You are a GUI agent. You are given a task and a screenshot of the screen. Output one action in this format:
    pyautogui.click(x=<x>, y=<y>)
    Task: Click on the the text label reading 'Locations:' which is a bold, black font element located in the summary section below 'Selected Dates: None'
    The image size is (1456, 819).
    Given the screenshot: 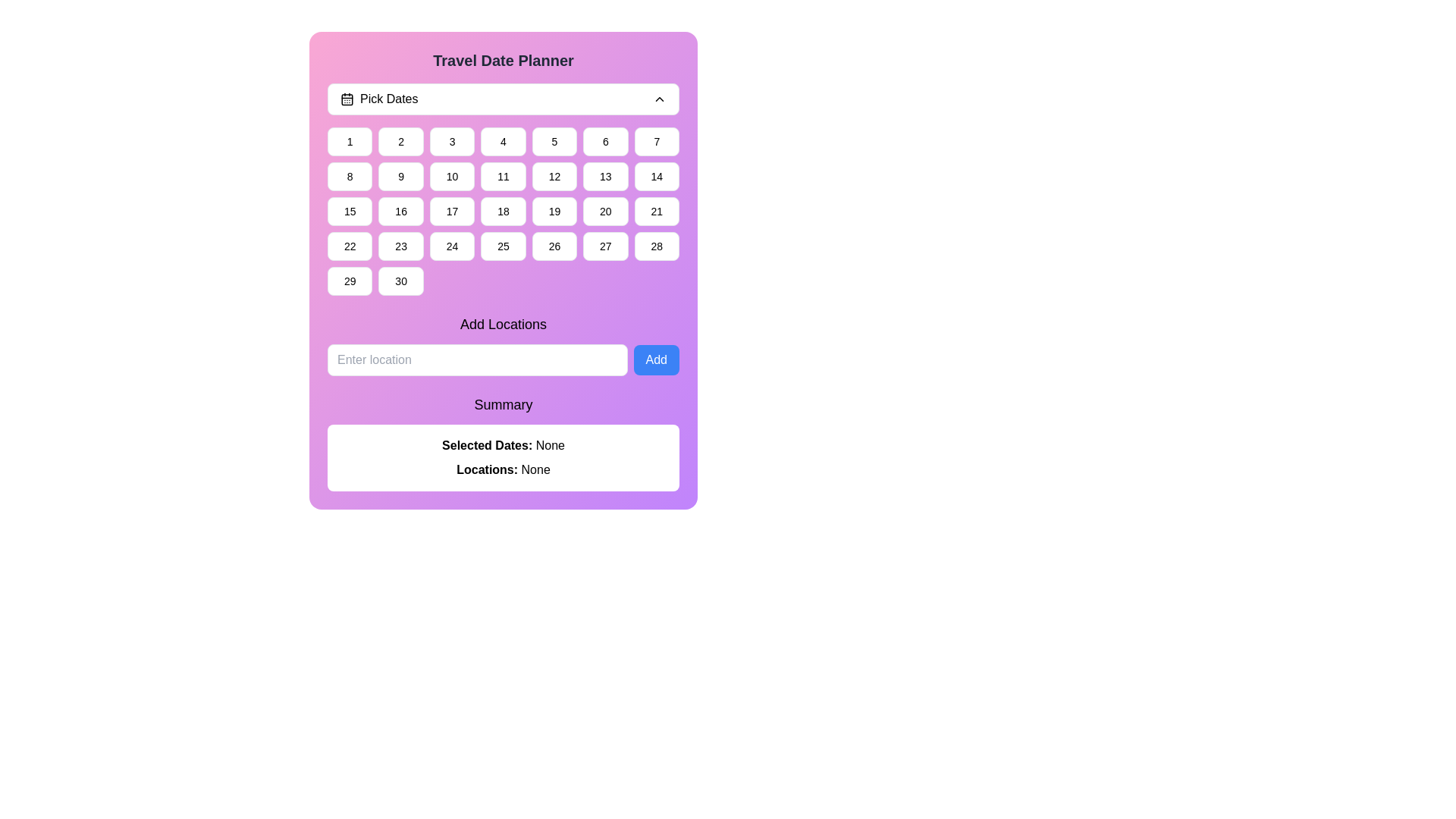 What is the action you would take?
    pyautogui.click(x=488, y=469)
    